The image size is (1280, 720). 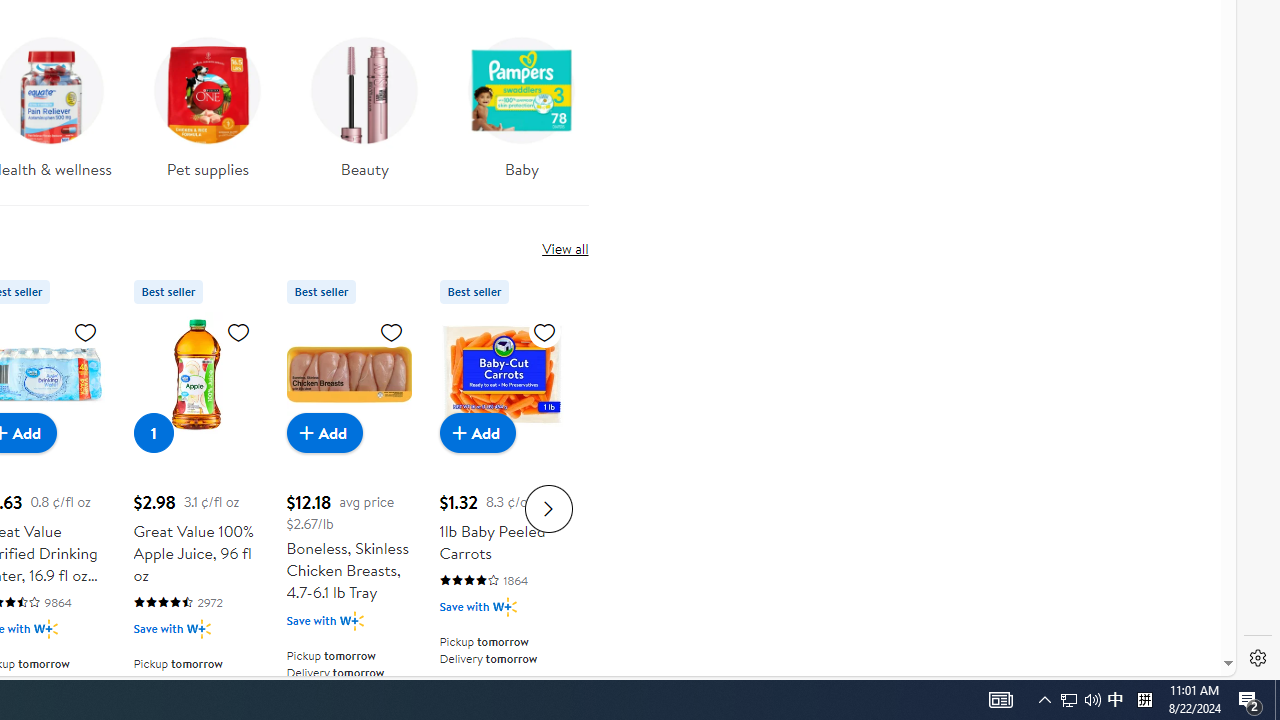 What do you see at coordinates (208, 101) in the screenshot?
I see `'Pet supplies'` at bounding box center [208, 101].